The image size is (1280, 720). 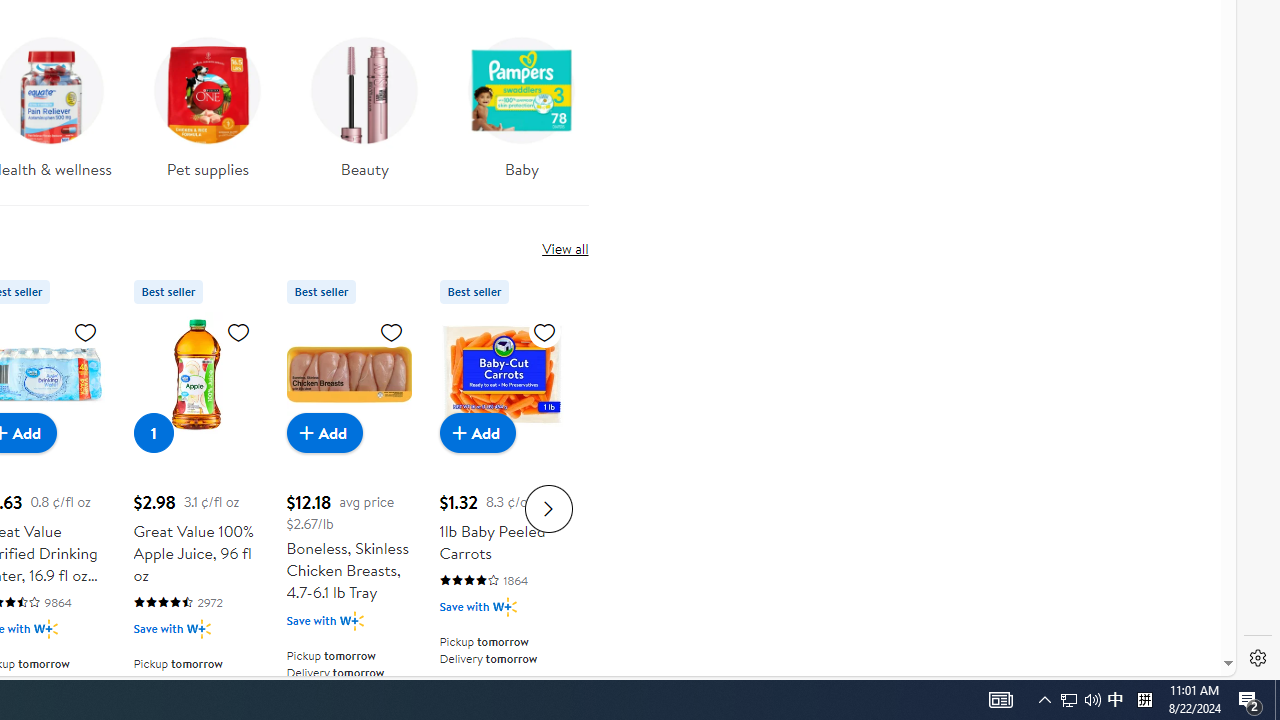 What do you see at coordinates (208, 101) in the screenshot?
I see `'Pet supplies'` at bounding box center [208, 101].